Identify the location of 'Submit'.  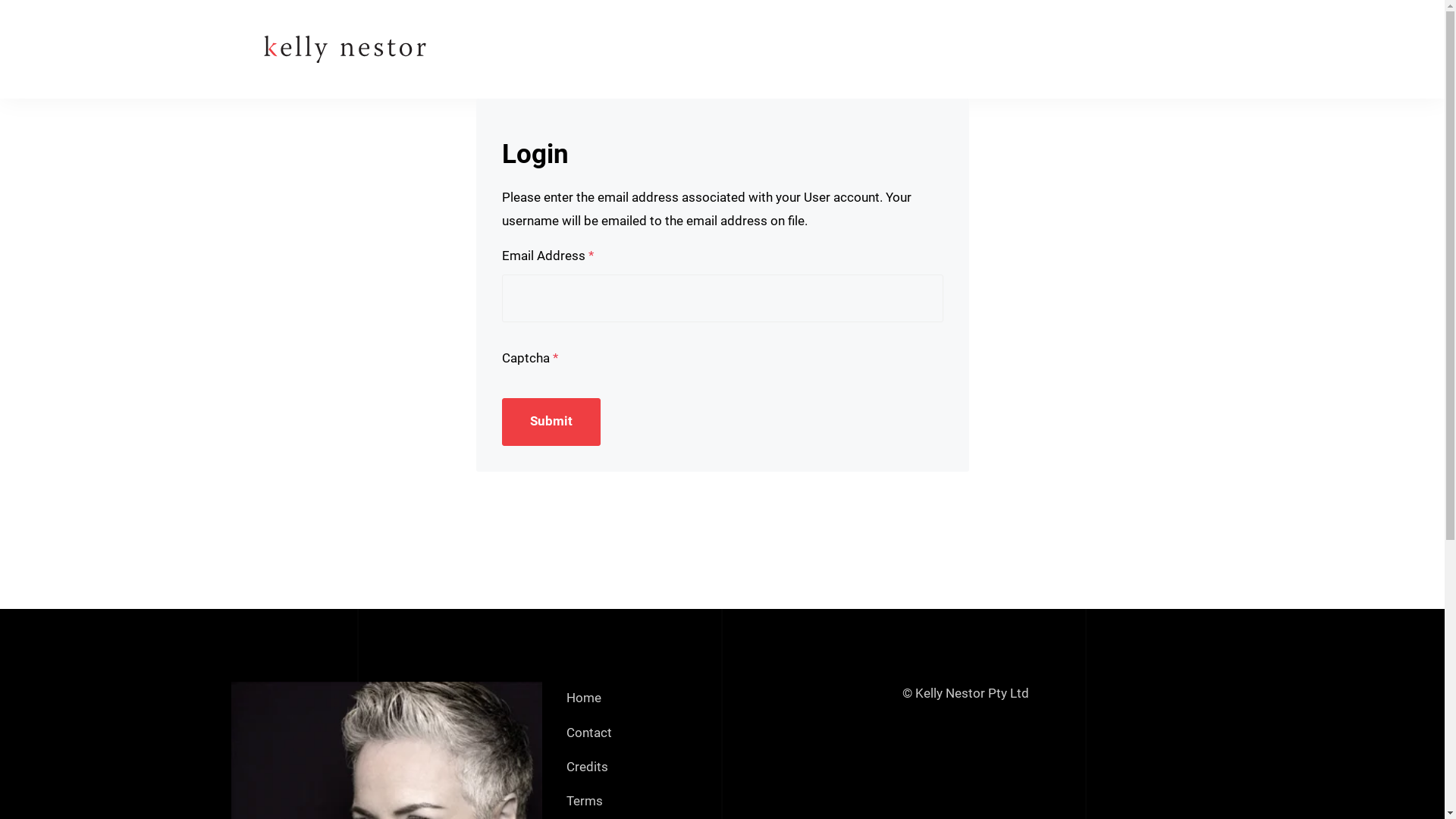
(551, 422).